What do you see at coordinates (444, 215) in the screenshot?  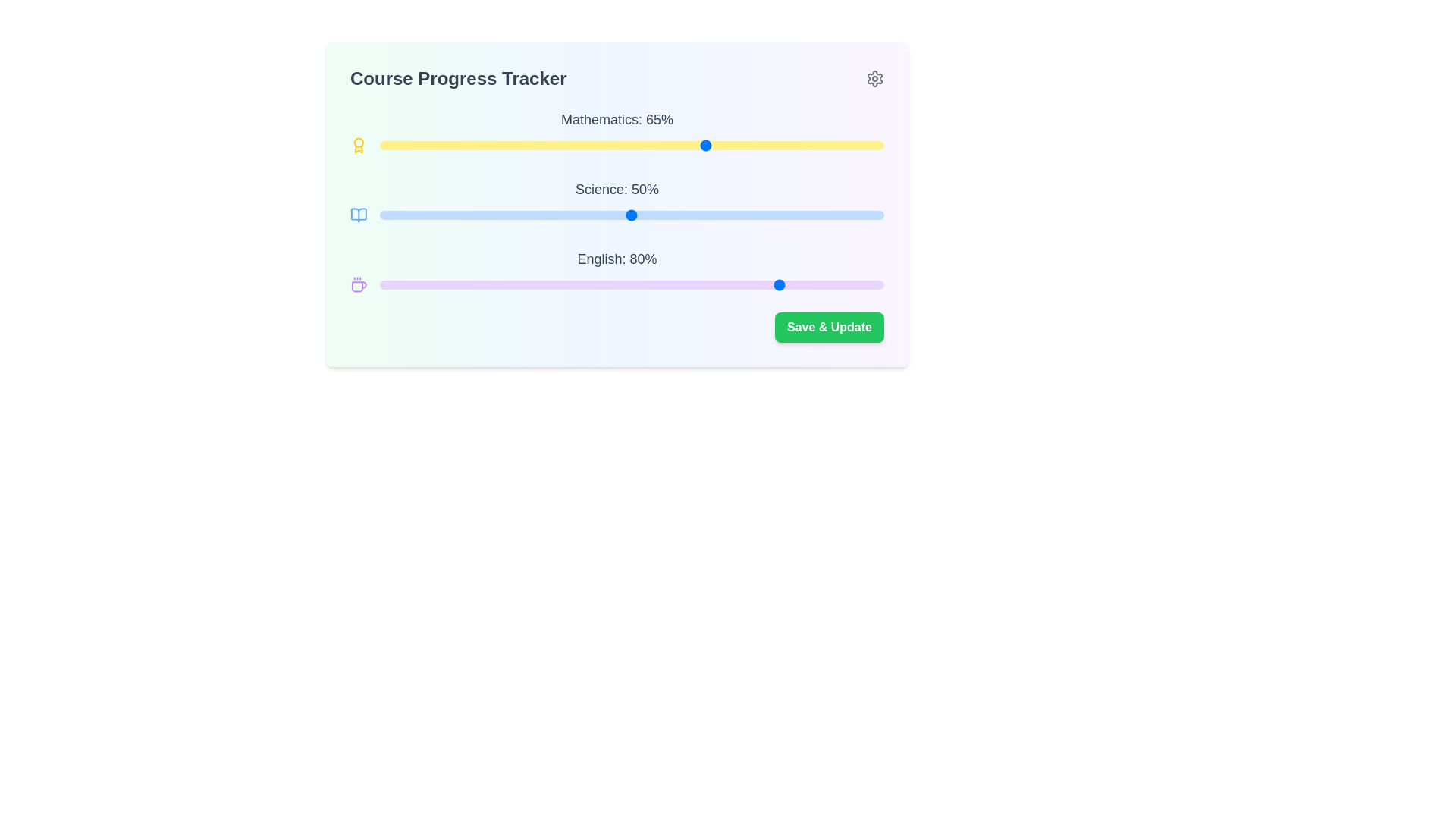 I see `progress` at bounding box center [444, 215].